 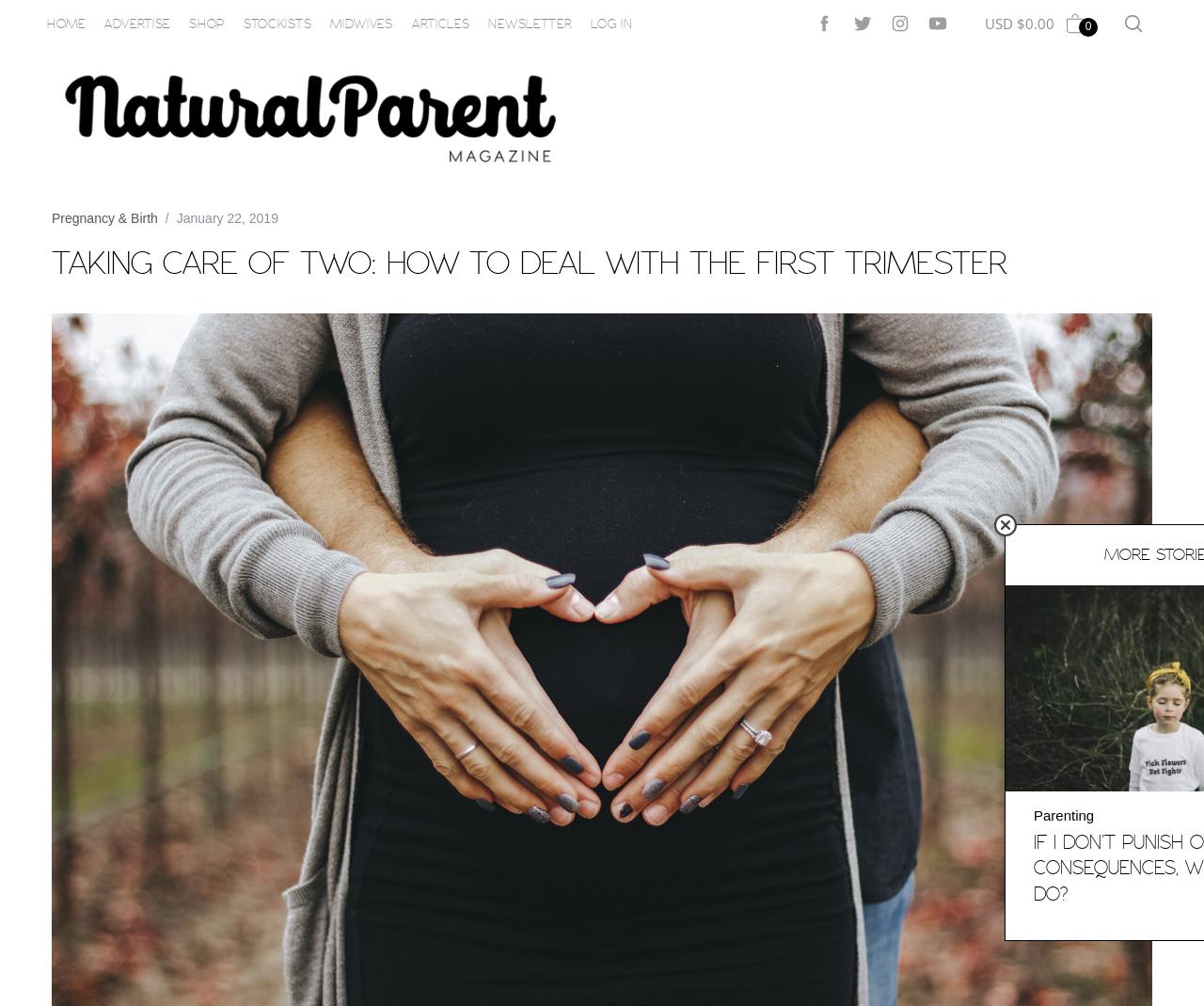 What do you see at coordinates (226, 216) in the screenshot?
I see `'January 22, 2019'` at bounding box center [226, 216].